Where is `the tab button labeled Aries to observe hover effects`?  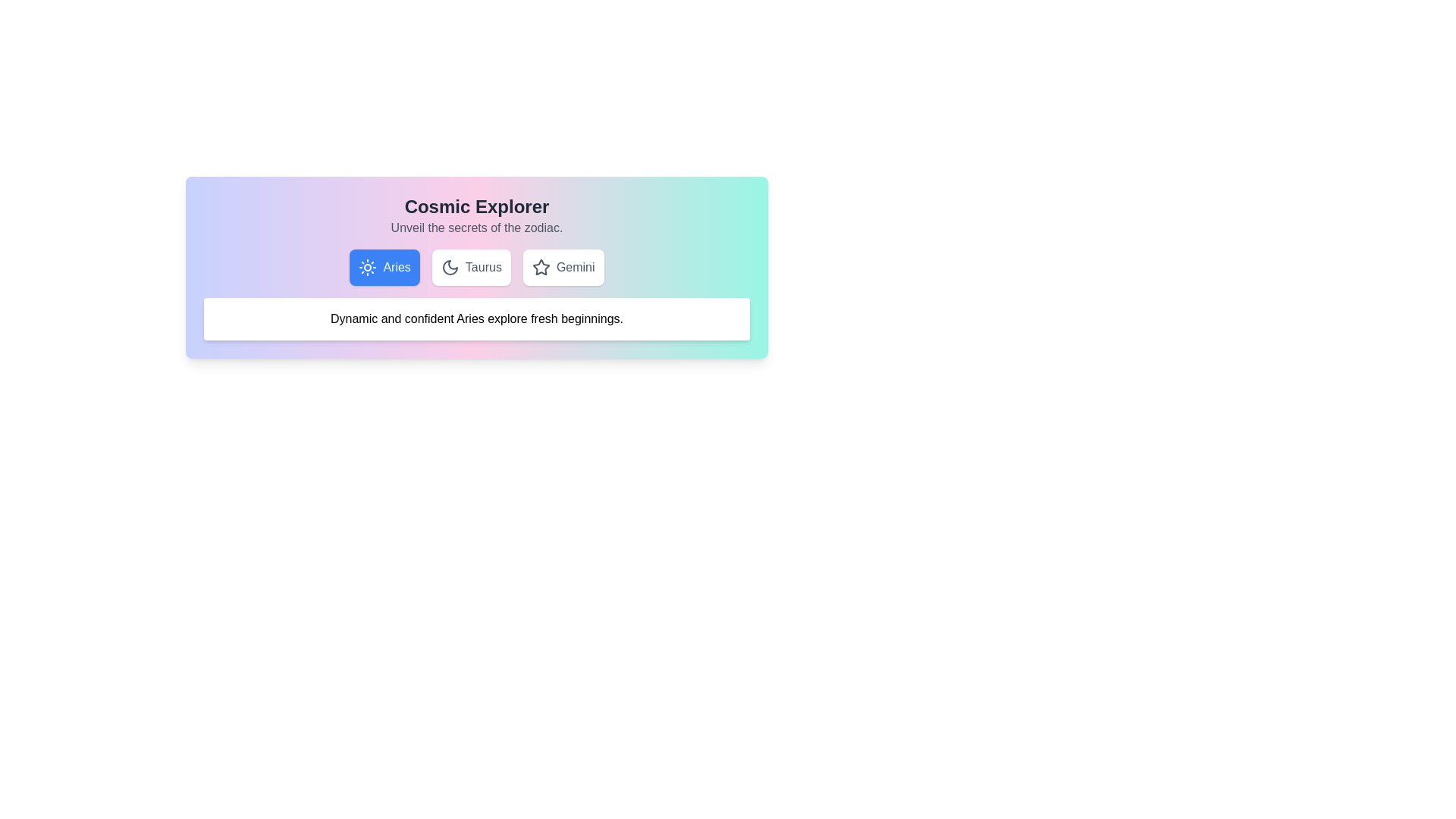
the tab button labeled Aries to observe hover effects is located at coordinates (384, 267).